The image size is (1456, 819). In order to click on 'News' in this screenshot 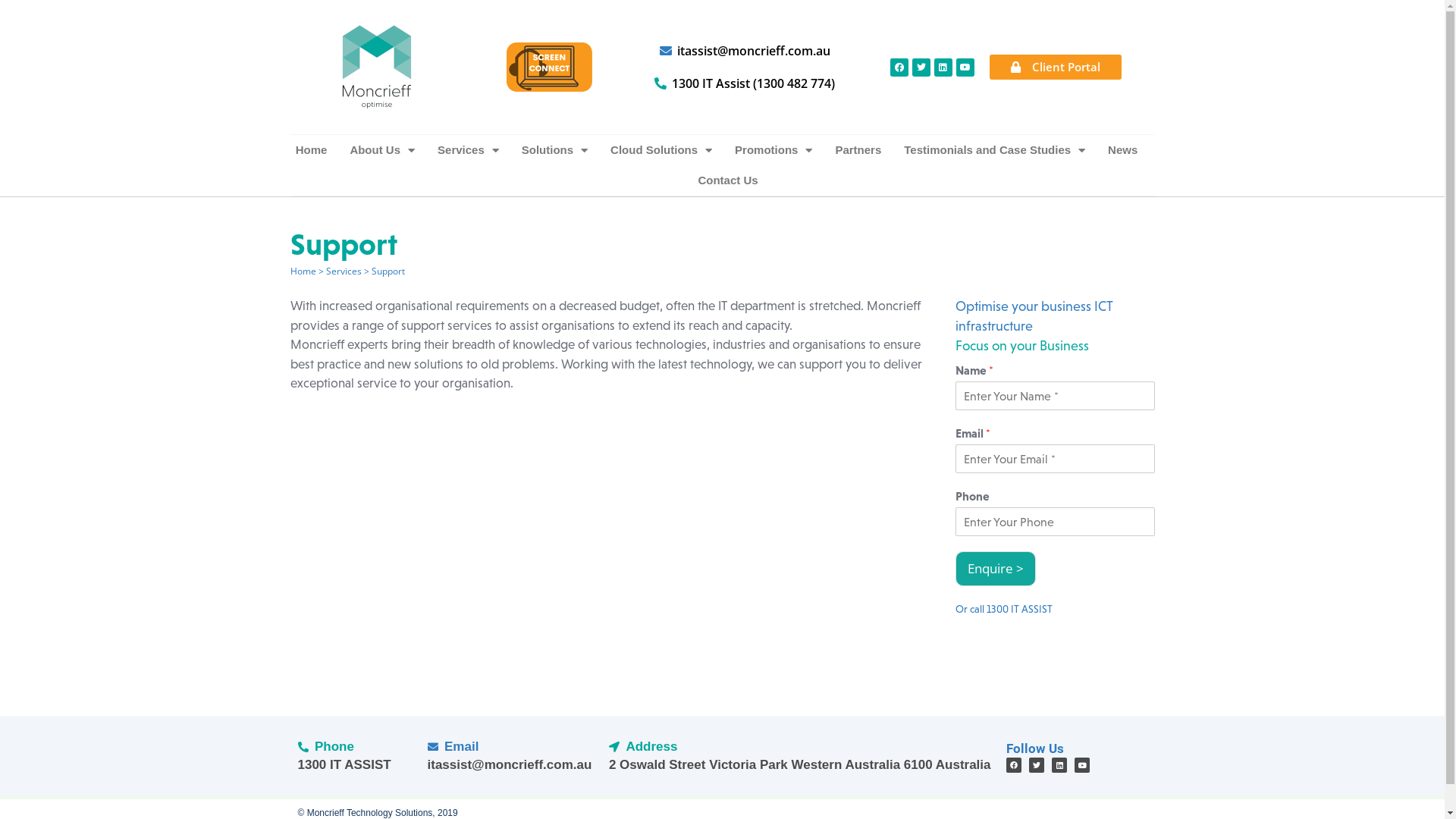, I will do `click(1122, 149)`.